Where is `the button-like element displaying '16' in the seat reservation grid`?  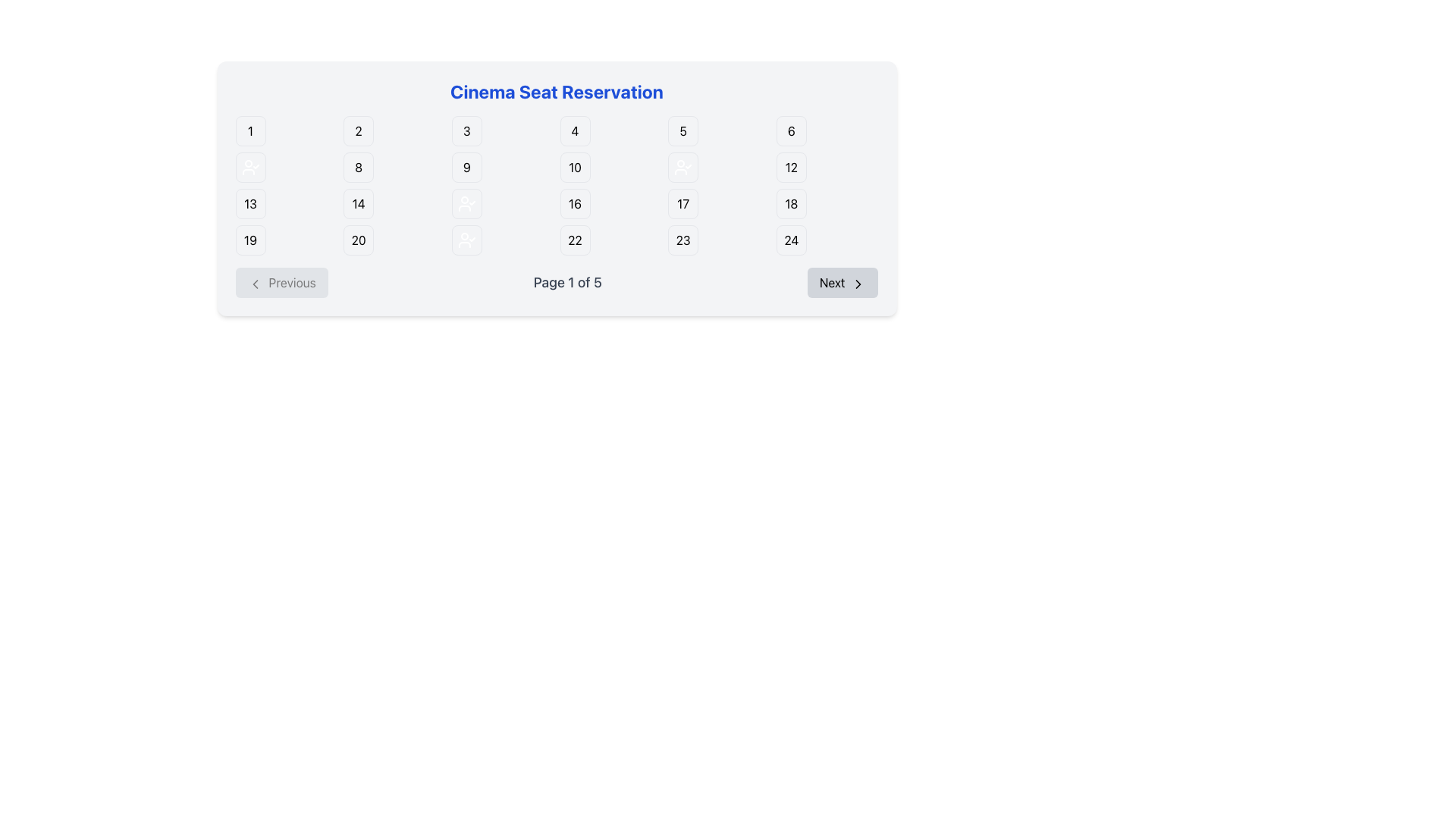
the button-like element displaying '16' in the seat reservation grid is located at coordinates (574, 203).